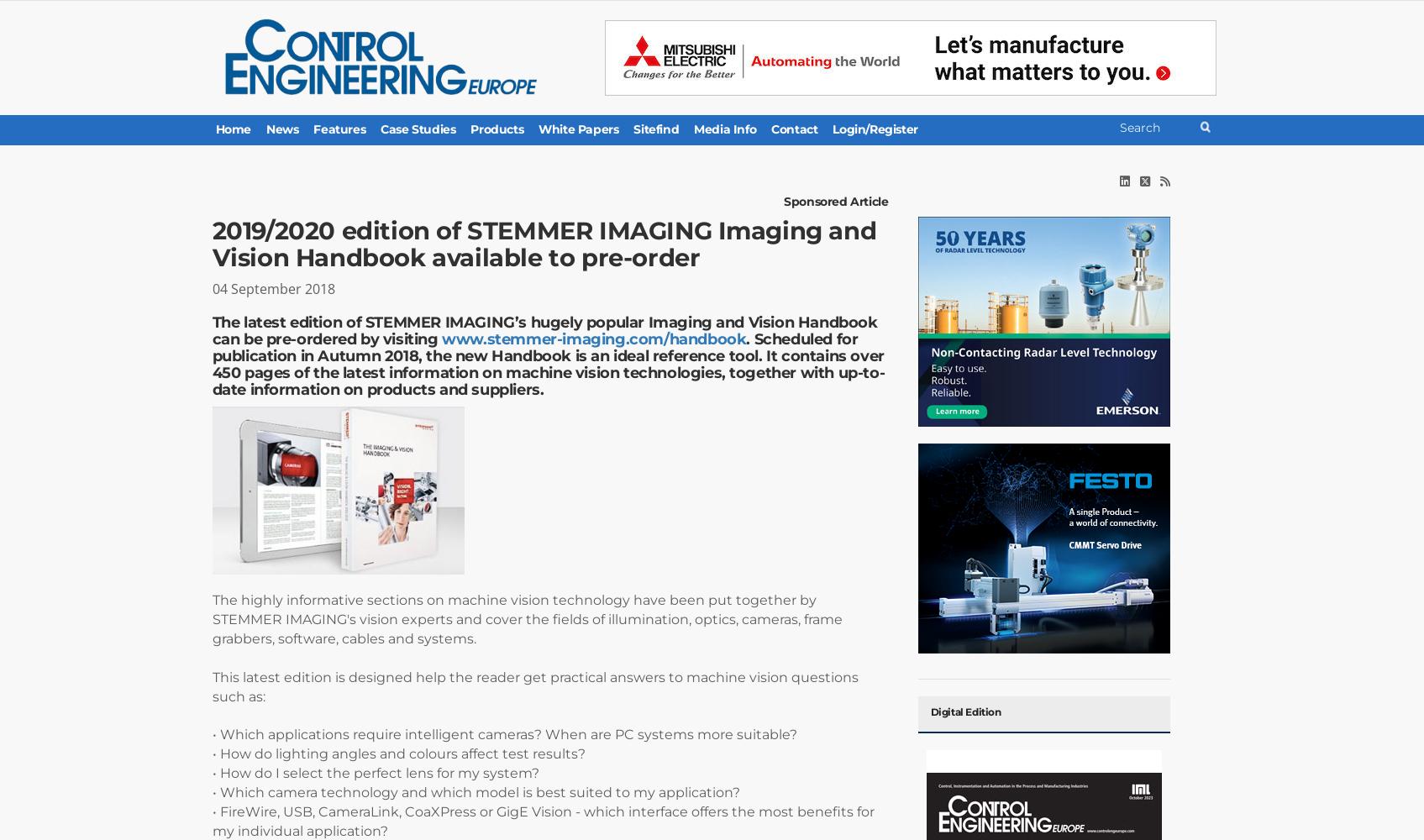 The image size is (1424, 840). I want to click on 'Case Studies', so click(417, 129).